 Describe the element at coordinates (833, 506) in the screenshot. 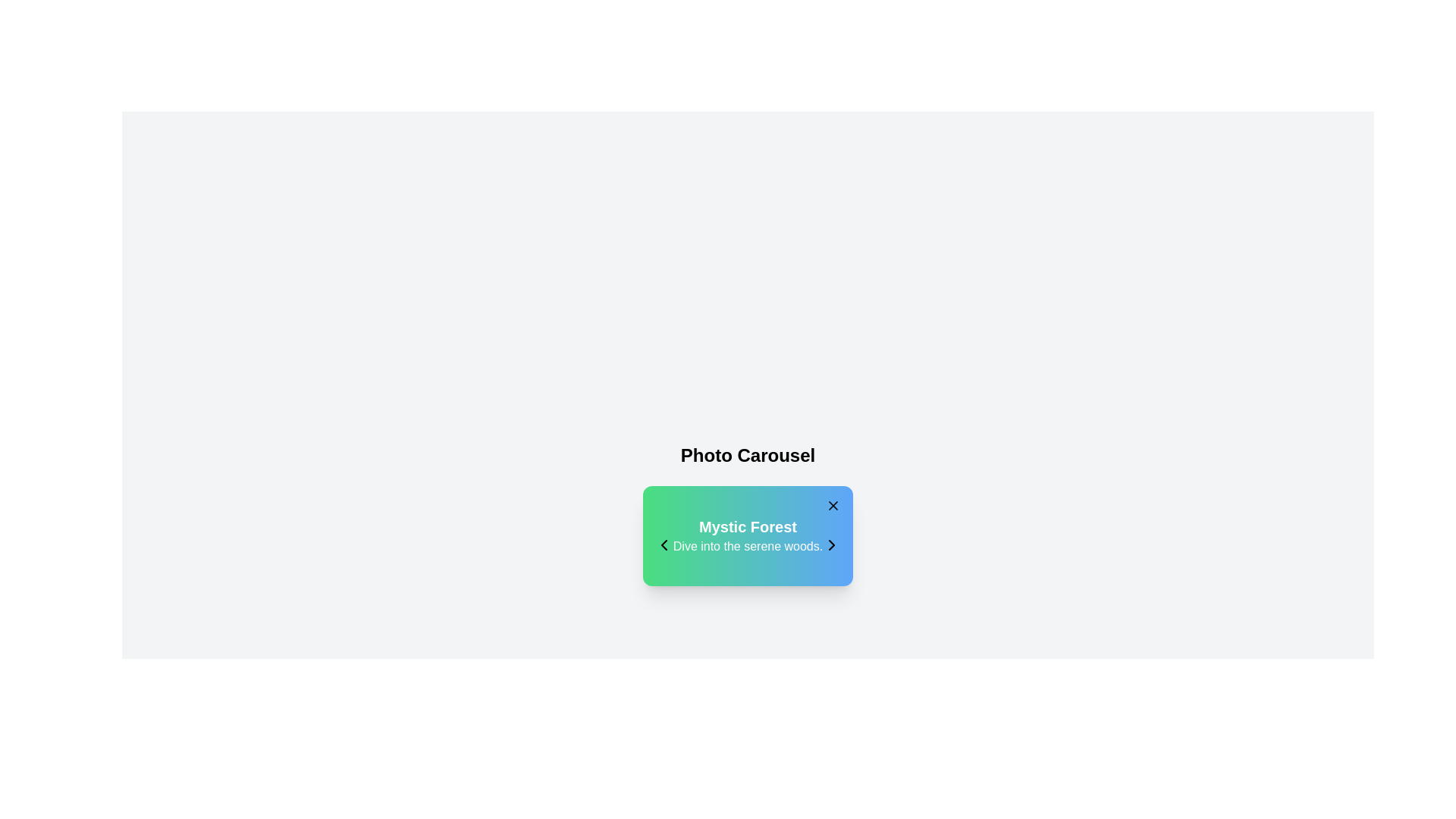

I see `the small square close button with a blue background and black 'X' icon located in the top-right corner of the card about 'Mystic Forest'` at that location.